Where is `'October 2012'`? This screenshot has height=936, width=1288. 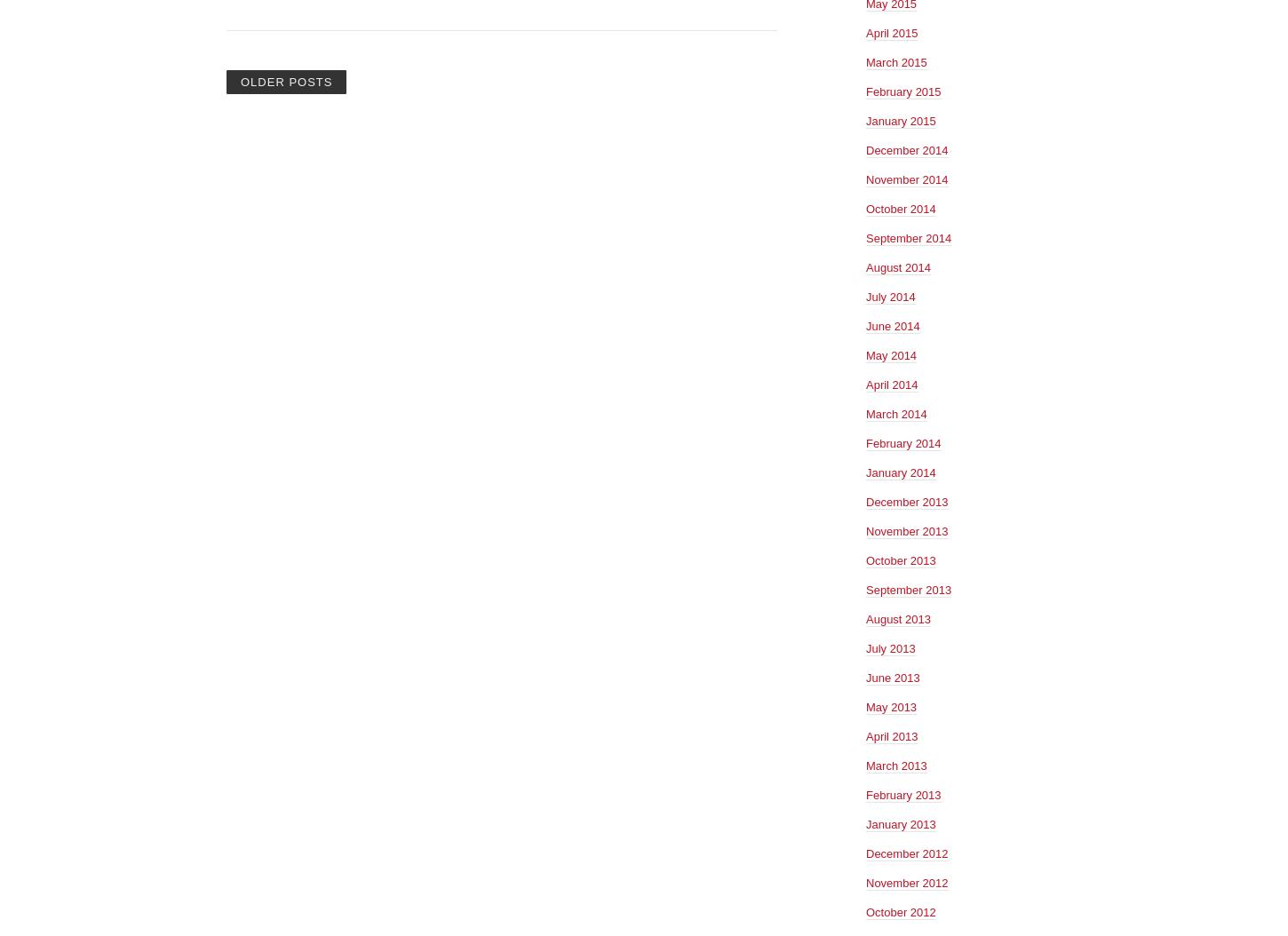
'October 2012' is located at coordinates (900, 910).